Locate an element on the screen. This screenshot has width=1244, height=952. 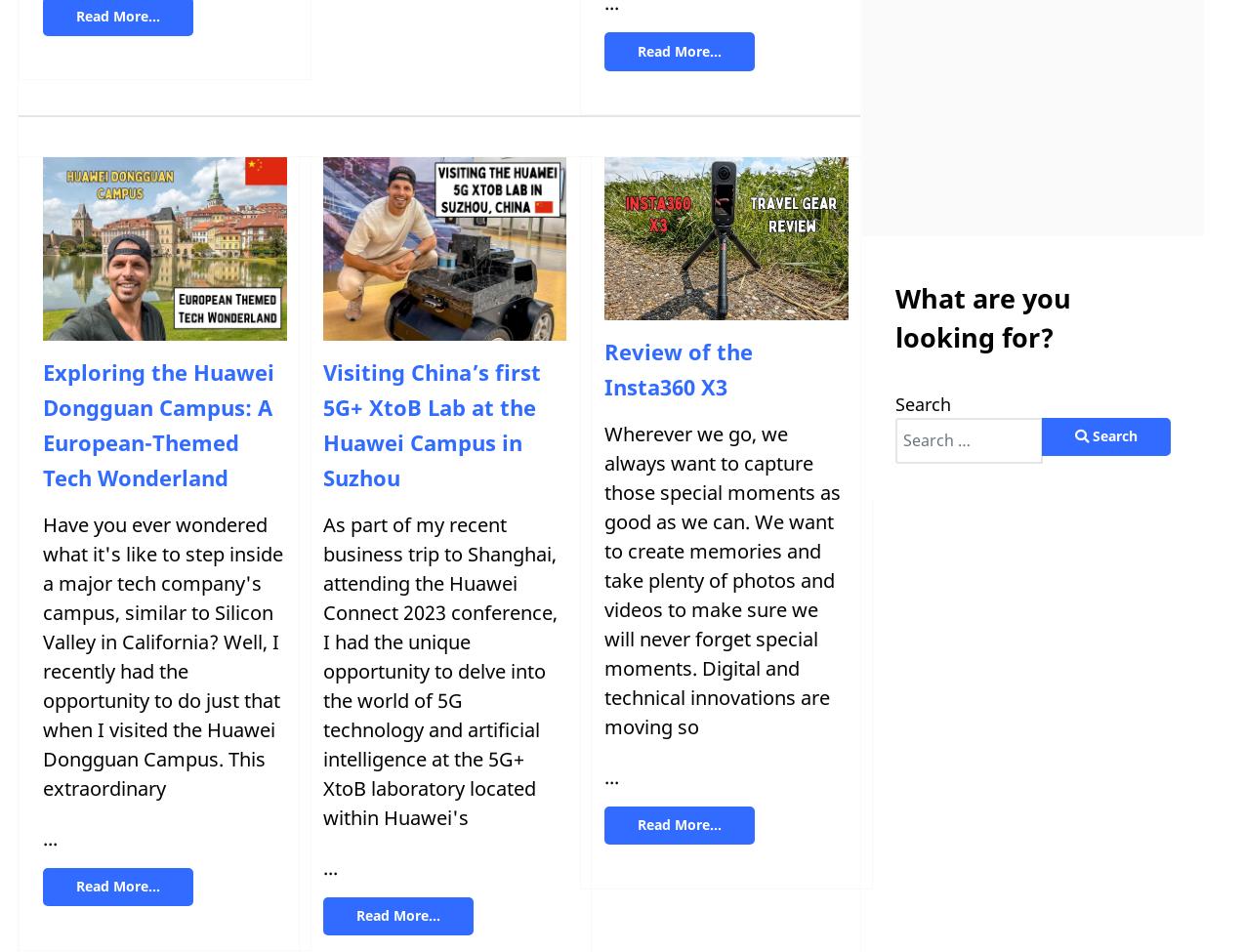
'Wherever we go, we always want to capture those special moments as good as we can. We want to create memories and take plenty of photos and videos to make sure we will never forget special moments. Digital and technical innovations are moving so' is located at coordinates (722, 579).